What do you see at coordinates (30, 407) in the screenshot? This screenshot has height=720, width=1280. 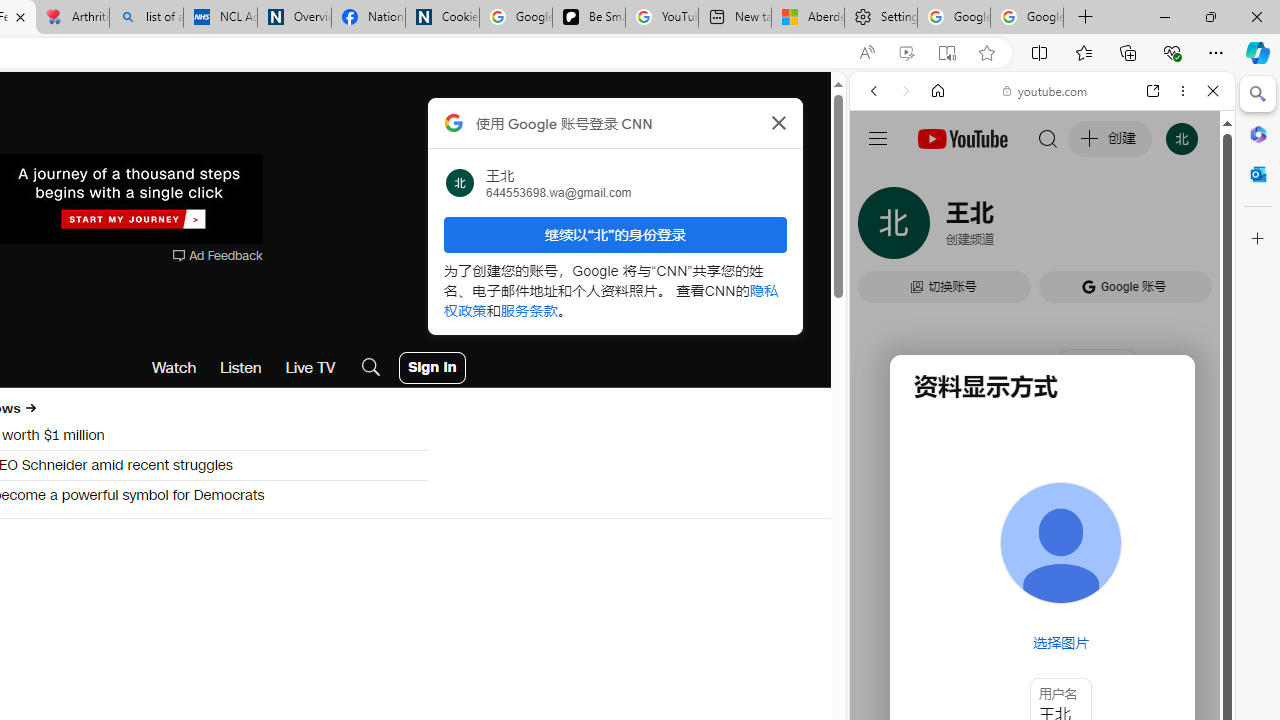 I see `'Class: right-arrow'` at bounding box center [30, 407].